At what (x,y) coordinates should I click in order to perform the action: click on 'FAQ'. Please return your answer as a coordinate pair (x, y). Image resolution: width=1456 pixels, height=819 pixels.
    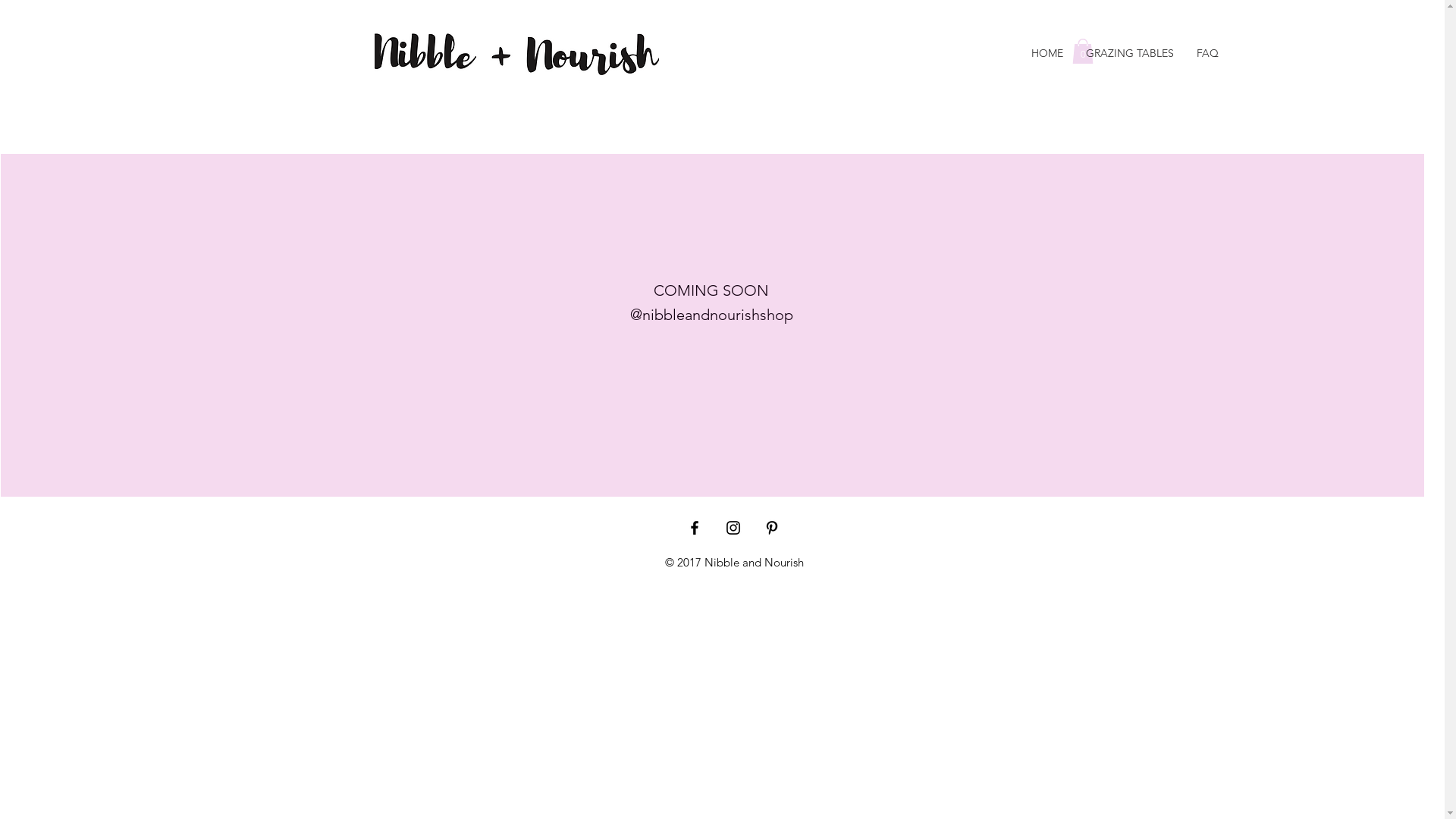
    Looking at the image, I should click on (1207, 52).